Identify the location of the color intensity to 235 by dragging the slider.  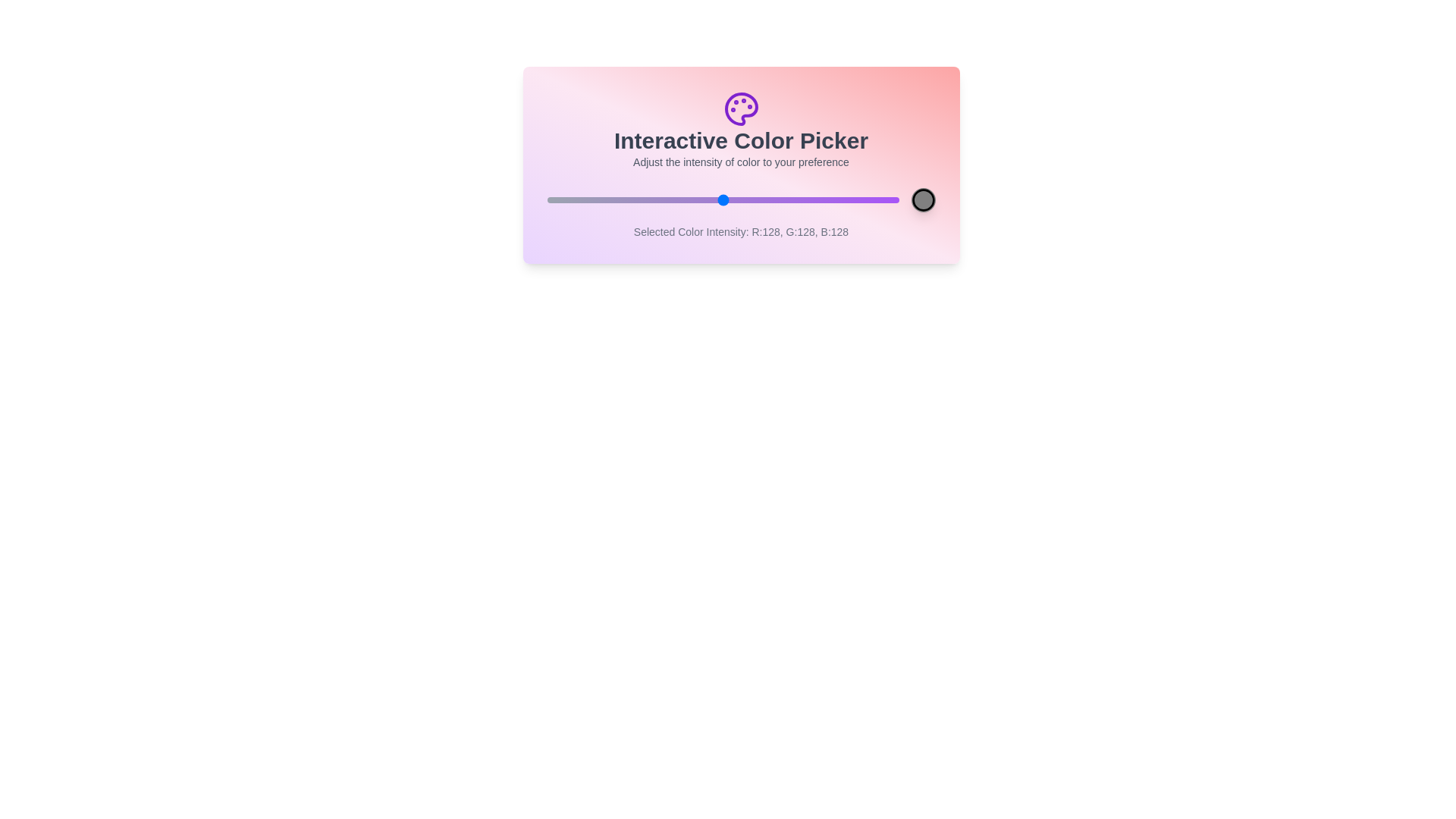
(870, 199).